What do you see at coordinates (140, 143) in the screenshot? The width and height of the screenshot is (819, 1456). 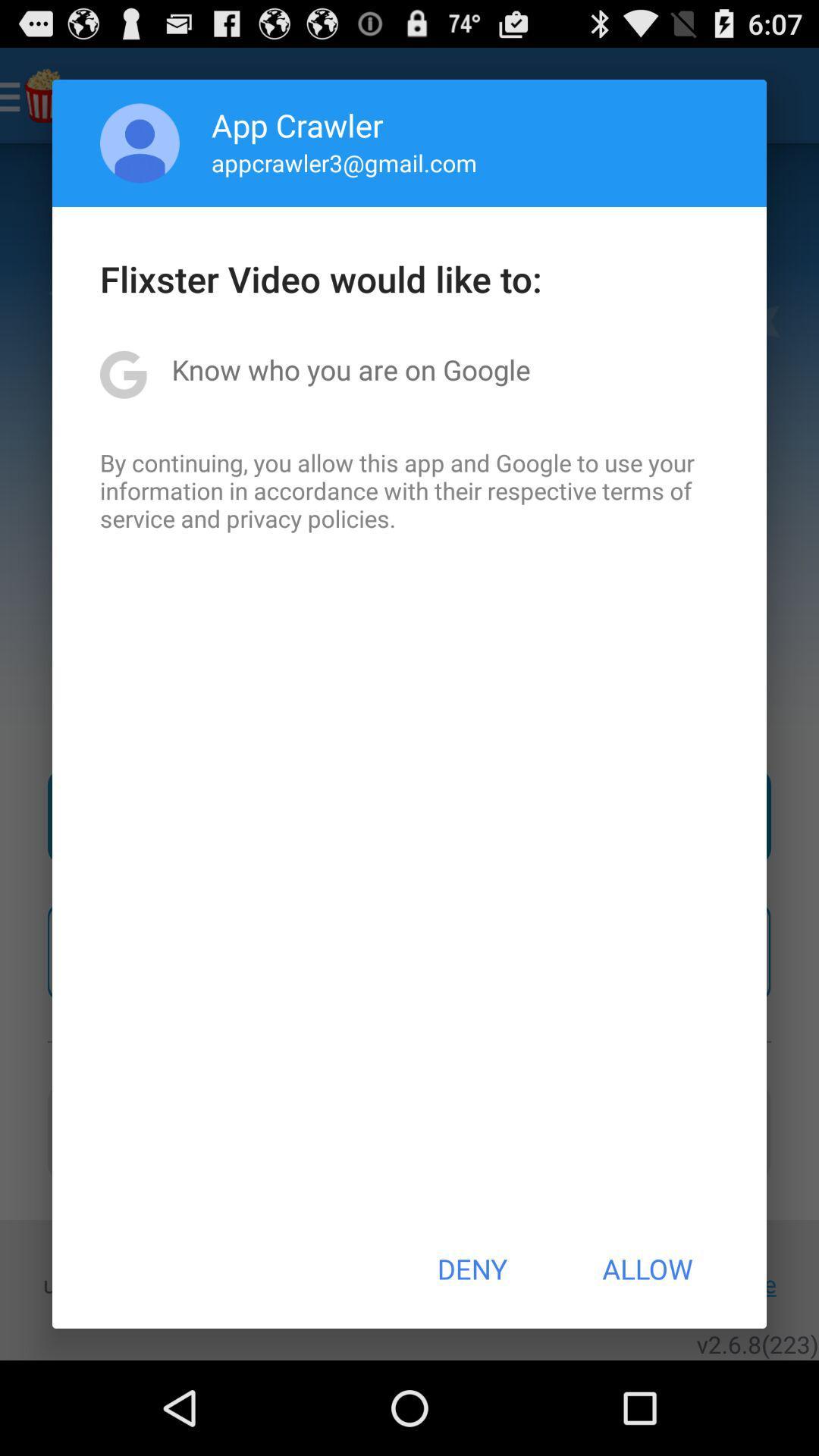 I see `the app to the left of app crawler app` at bounding box center [140, 143].